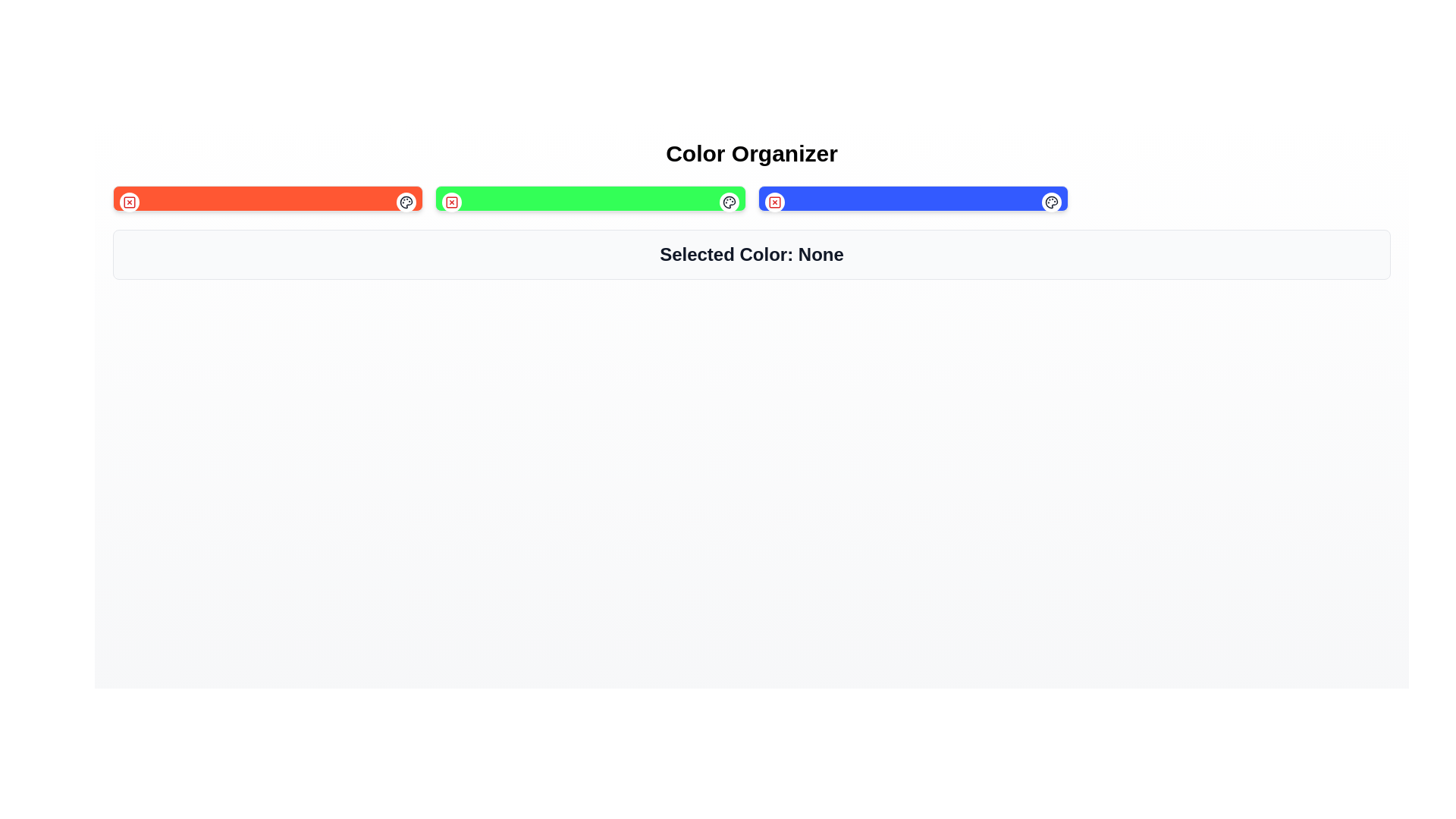 This screenshot has width=1456, height=819. Describe the element at coordinates (130, 201) in the screenshot. I see `the small red square button with rounded corners located in the top-left corner of the horizontal orange bar` at that location.